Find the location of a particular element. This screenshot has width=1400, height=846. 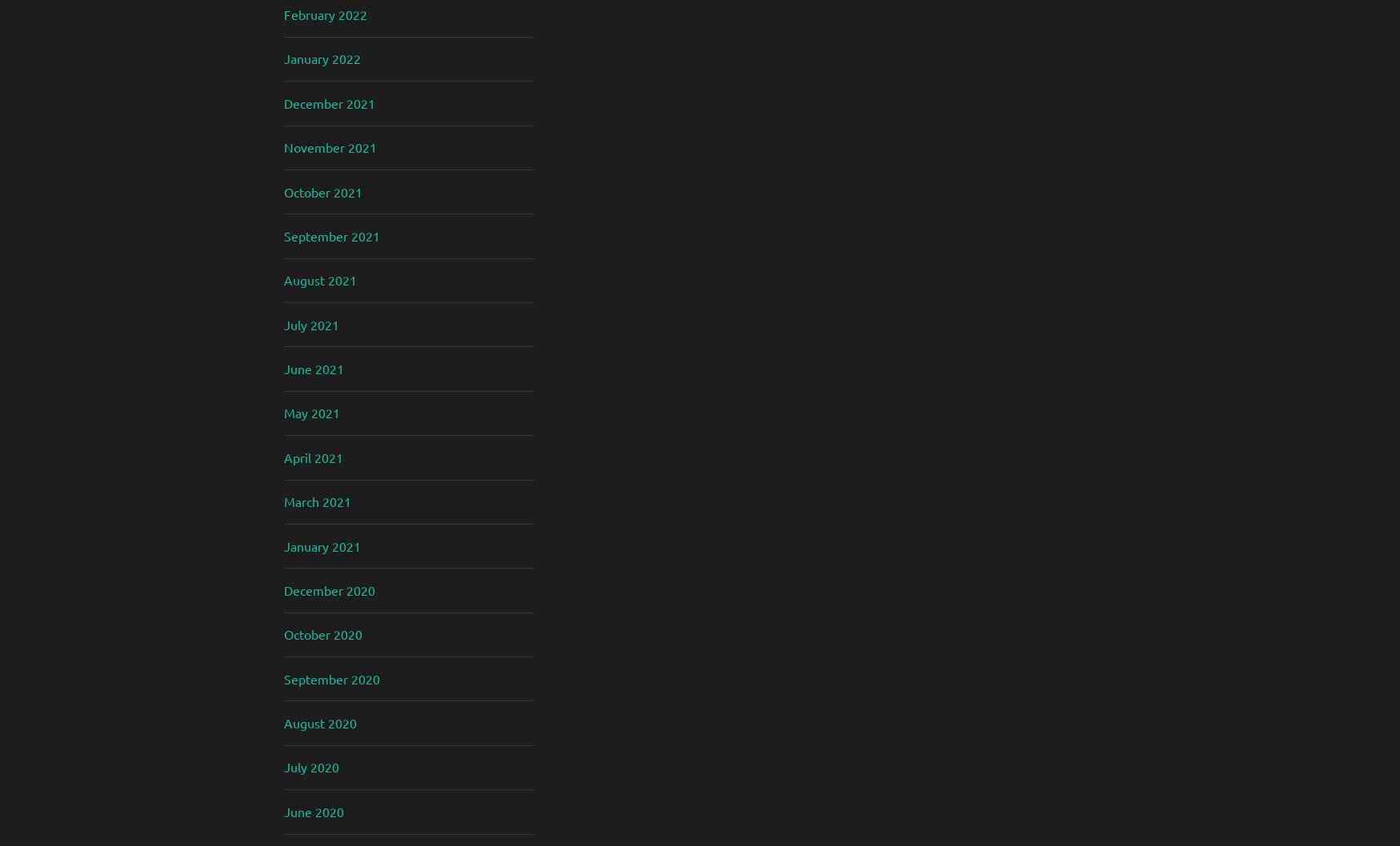

'January 2021' is located at coordinates (284, 544).